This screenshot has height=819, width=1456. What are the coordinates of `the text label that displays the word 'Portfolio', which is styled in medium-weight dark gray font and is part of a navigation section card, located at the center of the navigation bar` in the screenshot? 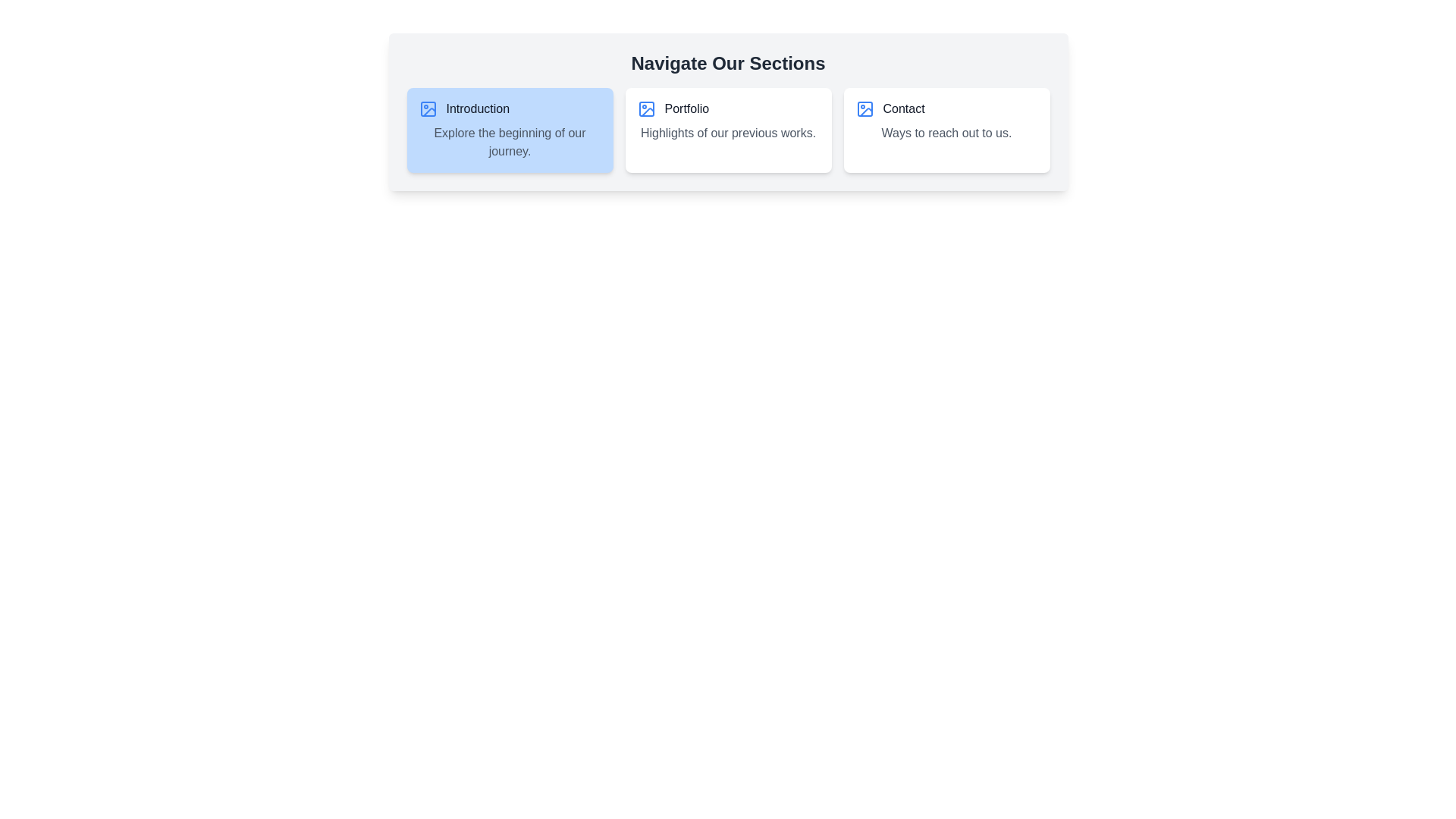 It's located at (686, 108).